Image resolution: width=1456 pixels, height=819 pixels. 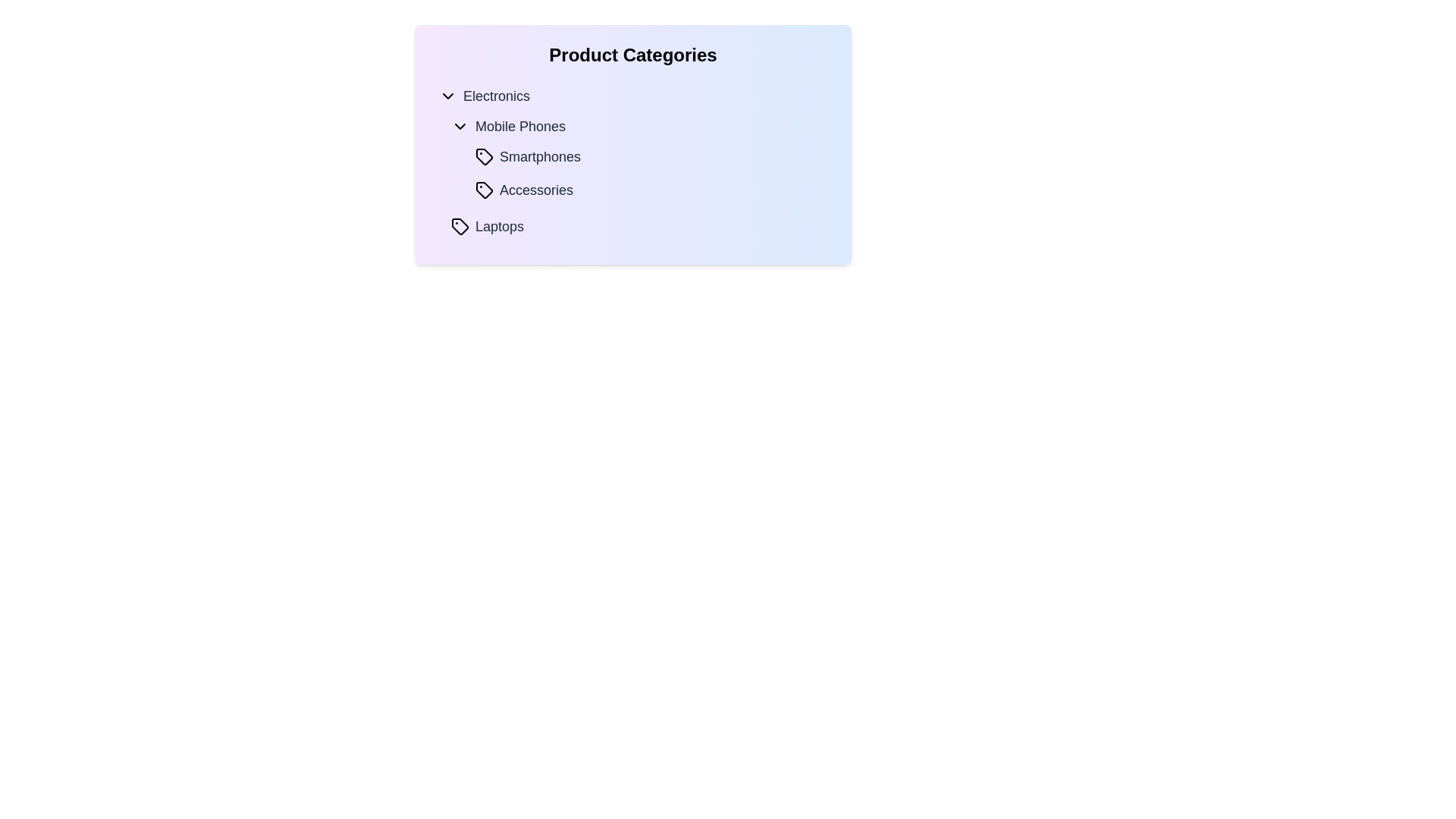 I want to click on the 'Accessories' category icon within the 'Mobile Phones' subsection of the 'Electronics' menu, so click(x=483, y=189).